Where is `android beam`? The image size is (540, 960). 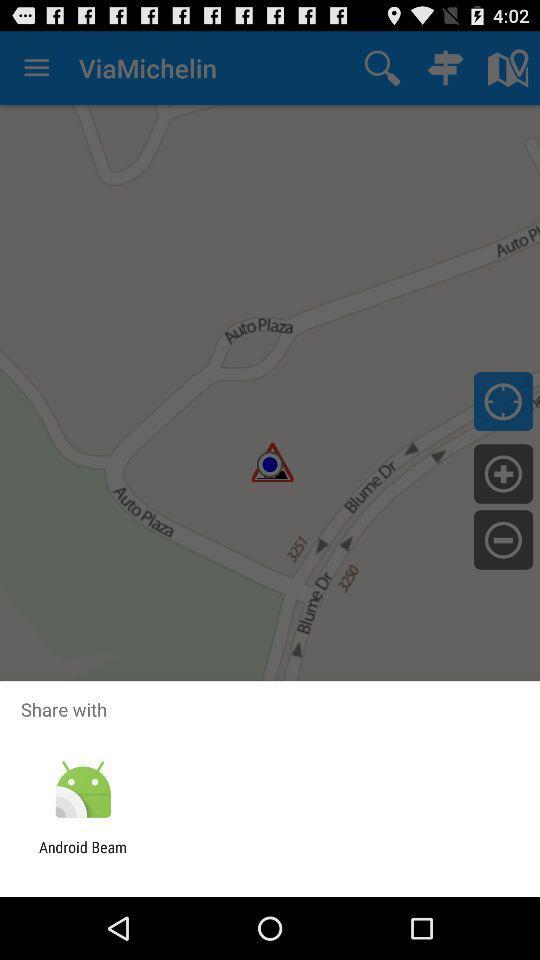
android beam is located at coordinates (82, 855).